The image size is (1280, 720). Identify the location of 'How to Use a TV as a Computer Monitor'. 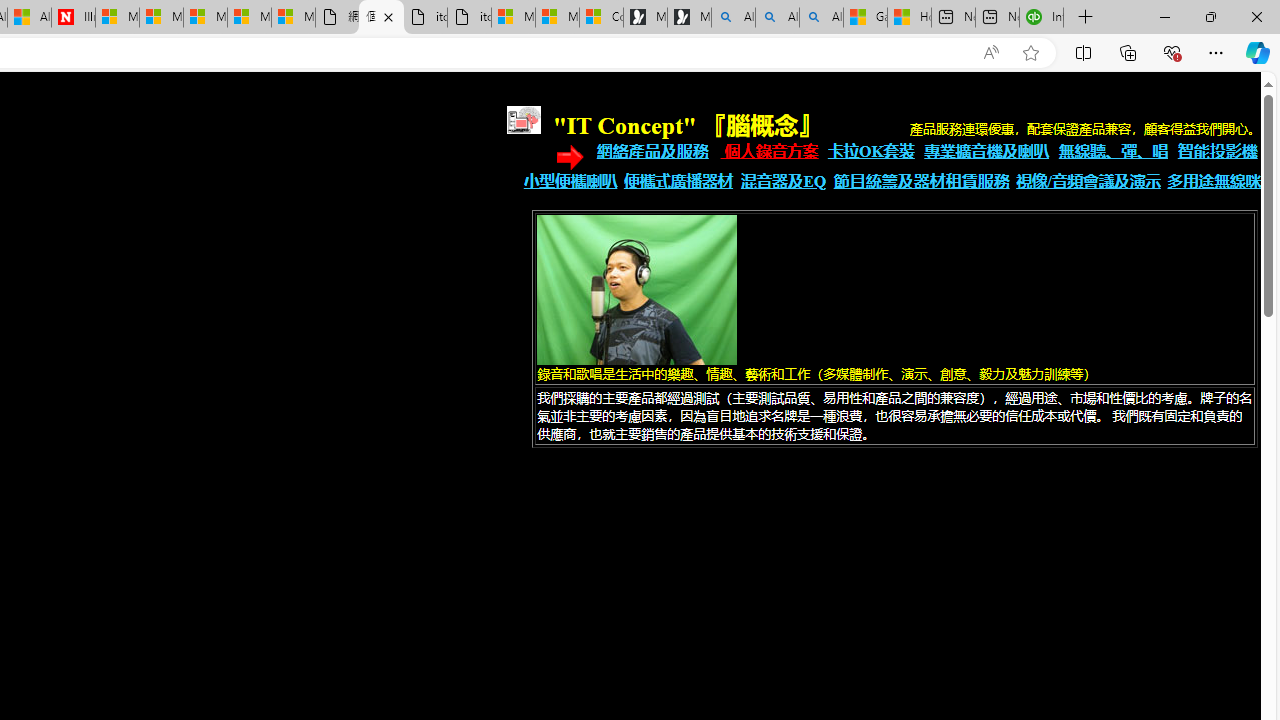
(908, 17).